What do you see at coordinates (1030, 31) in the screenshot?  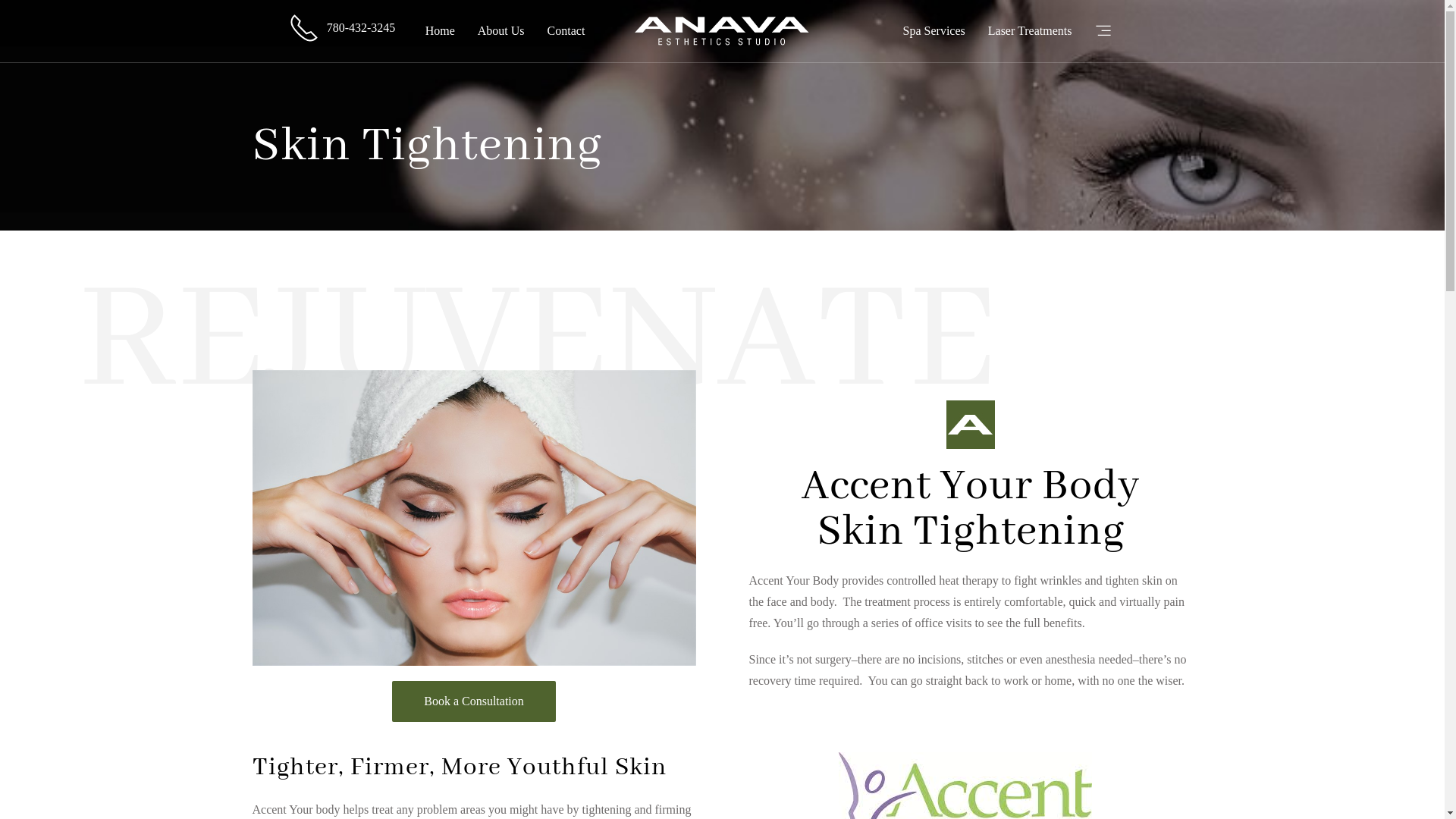 I see `'Laser Treatments'` at bounding box center [1030, 31].